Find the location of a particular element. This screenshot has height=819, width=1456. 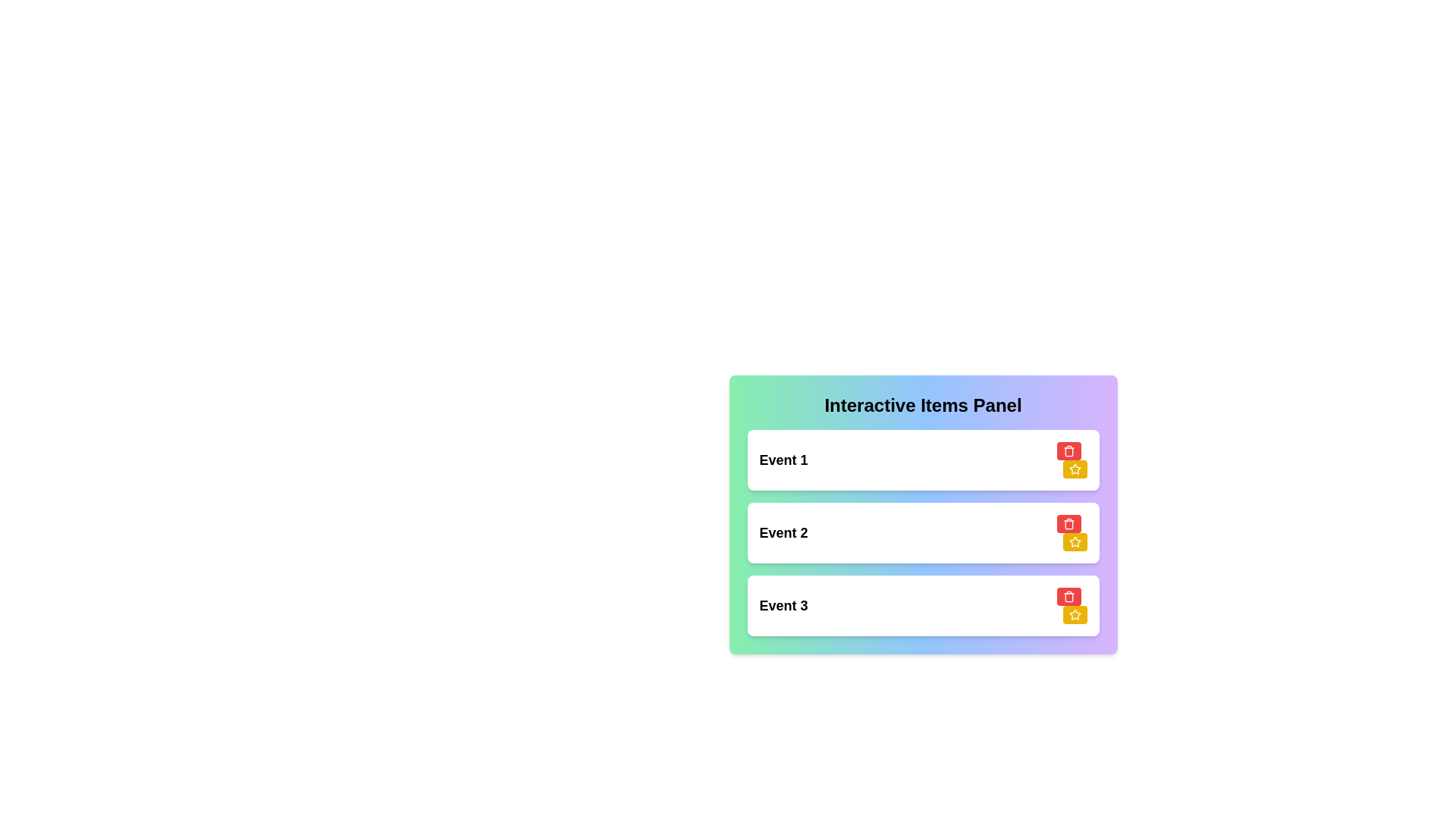

the left-most rectangular button with a red background and a white trash can icon located in the 'Interactive Items Panel' above the yellow star-shaped button is located at coordinates (1068, 522).